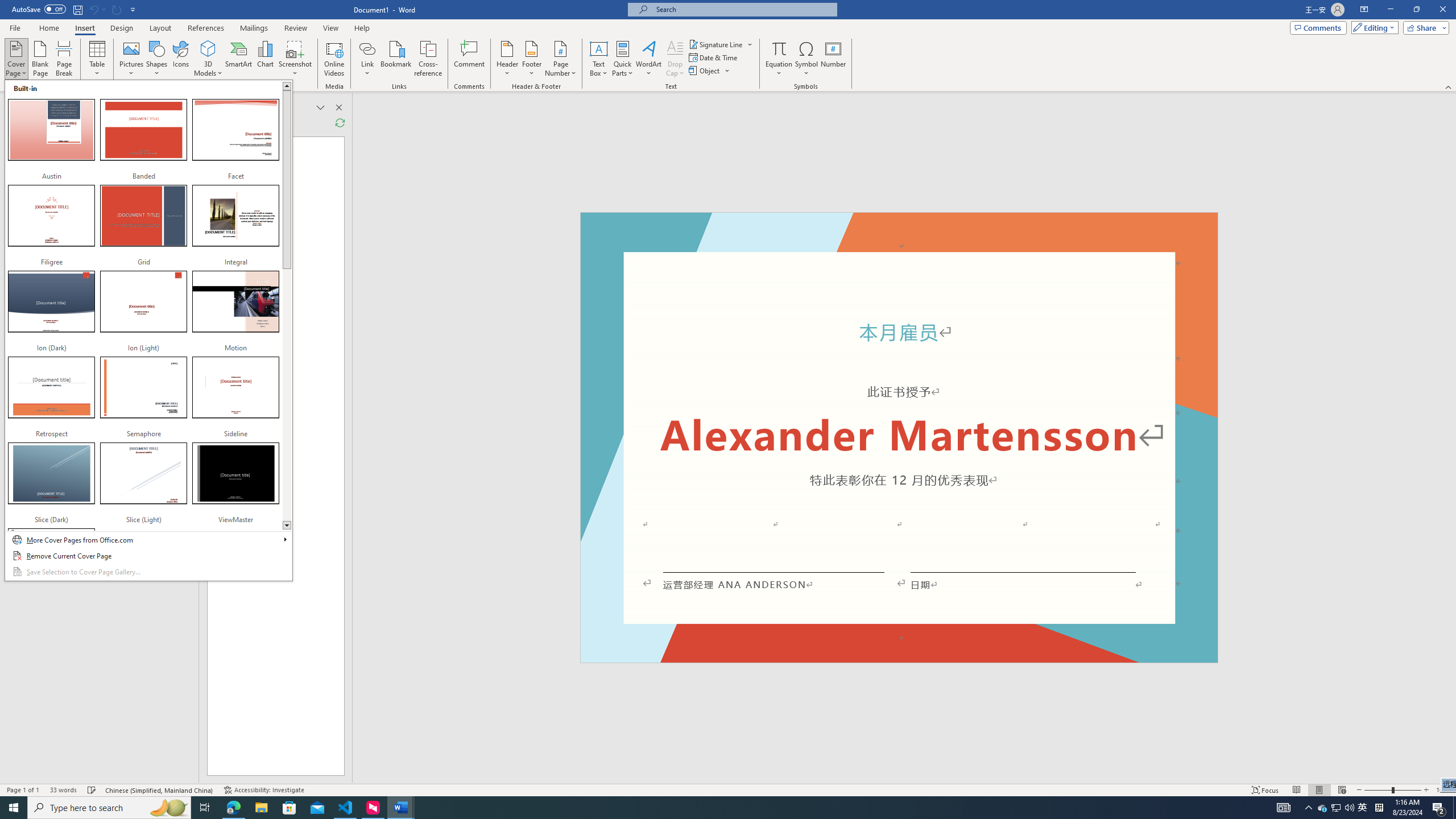 The image size is (1456, 819). Describe the element at coordinates (675, 59) in the screenshot. I see `'Drop Cap'` at that location.